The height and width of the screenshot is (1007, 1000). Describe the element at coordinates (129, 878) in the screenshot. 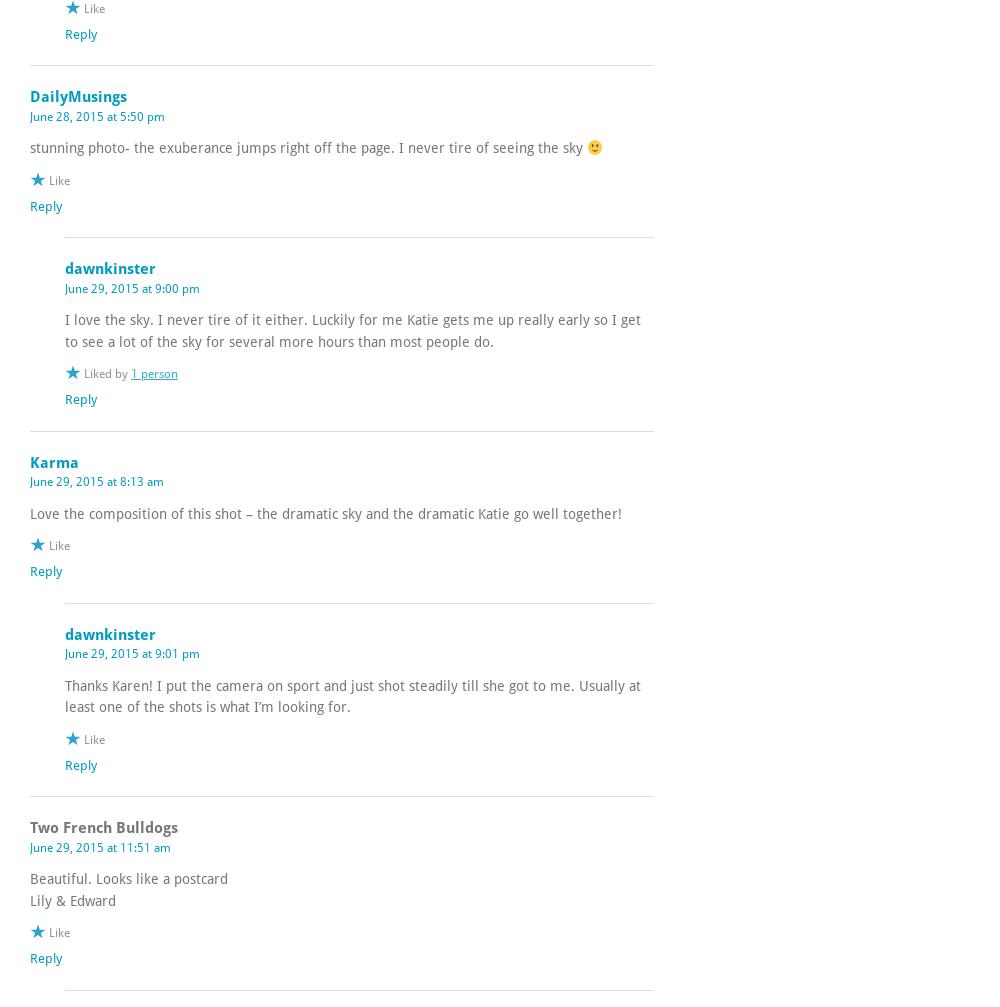

I see `'Beautiful. Looks like a postcard'` at that location.